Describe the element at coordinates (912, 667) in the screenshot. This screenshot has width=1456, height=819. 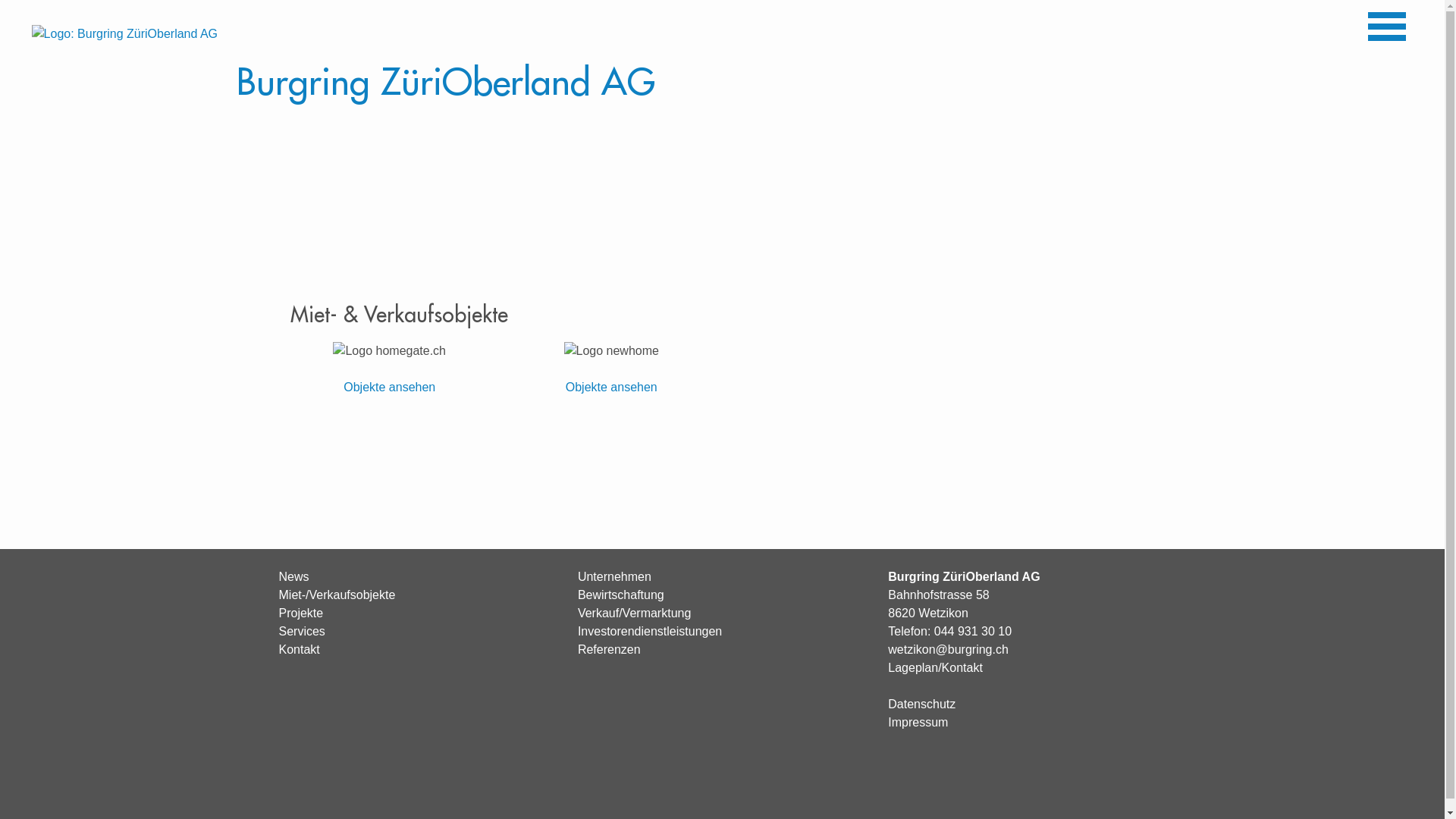
I see `'Lageplan'` at that location.